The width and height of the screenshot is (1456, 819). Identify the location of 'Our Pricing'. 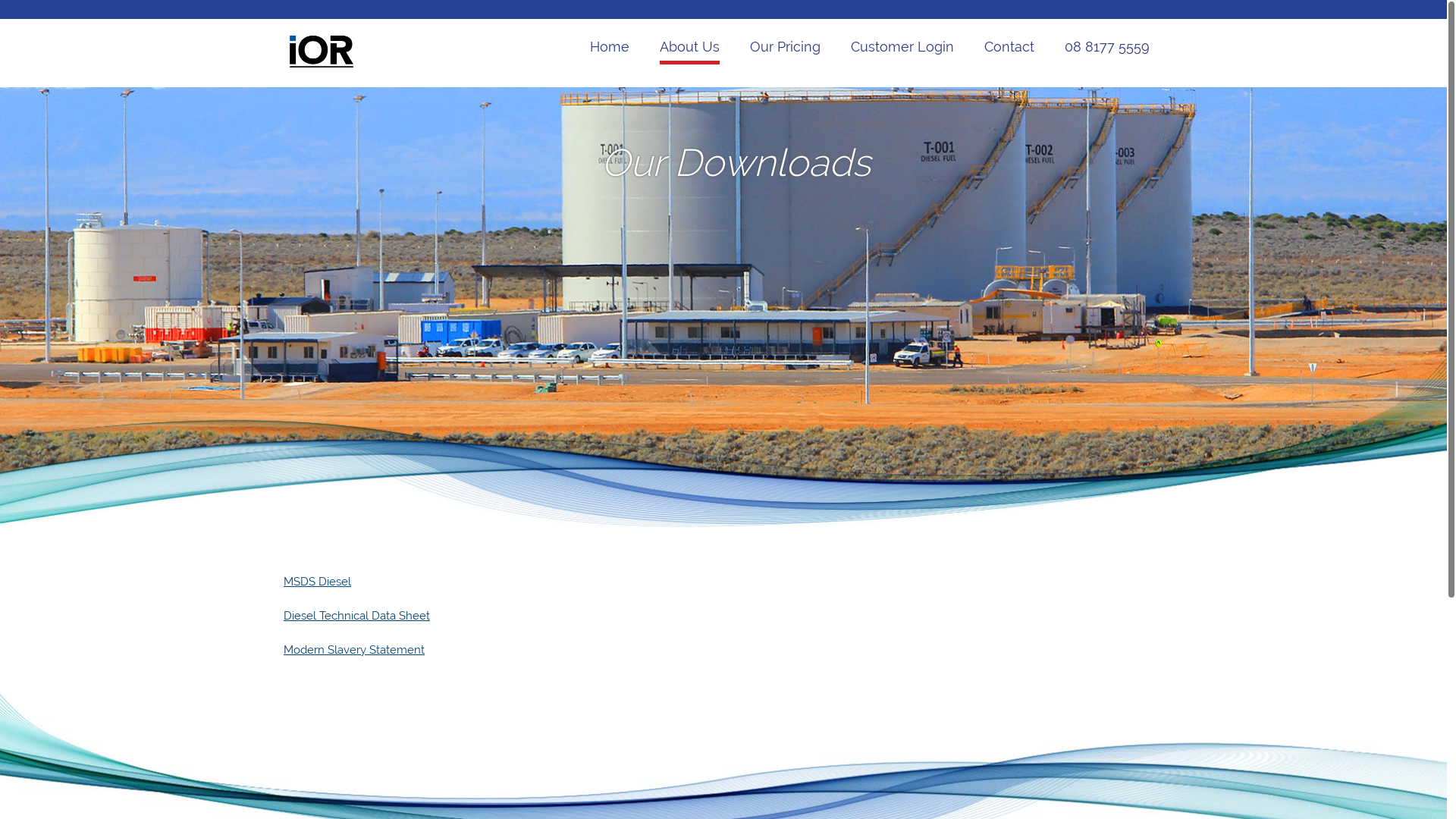
(785, 48).